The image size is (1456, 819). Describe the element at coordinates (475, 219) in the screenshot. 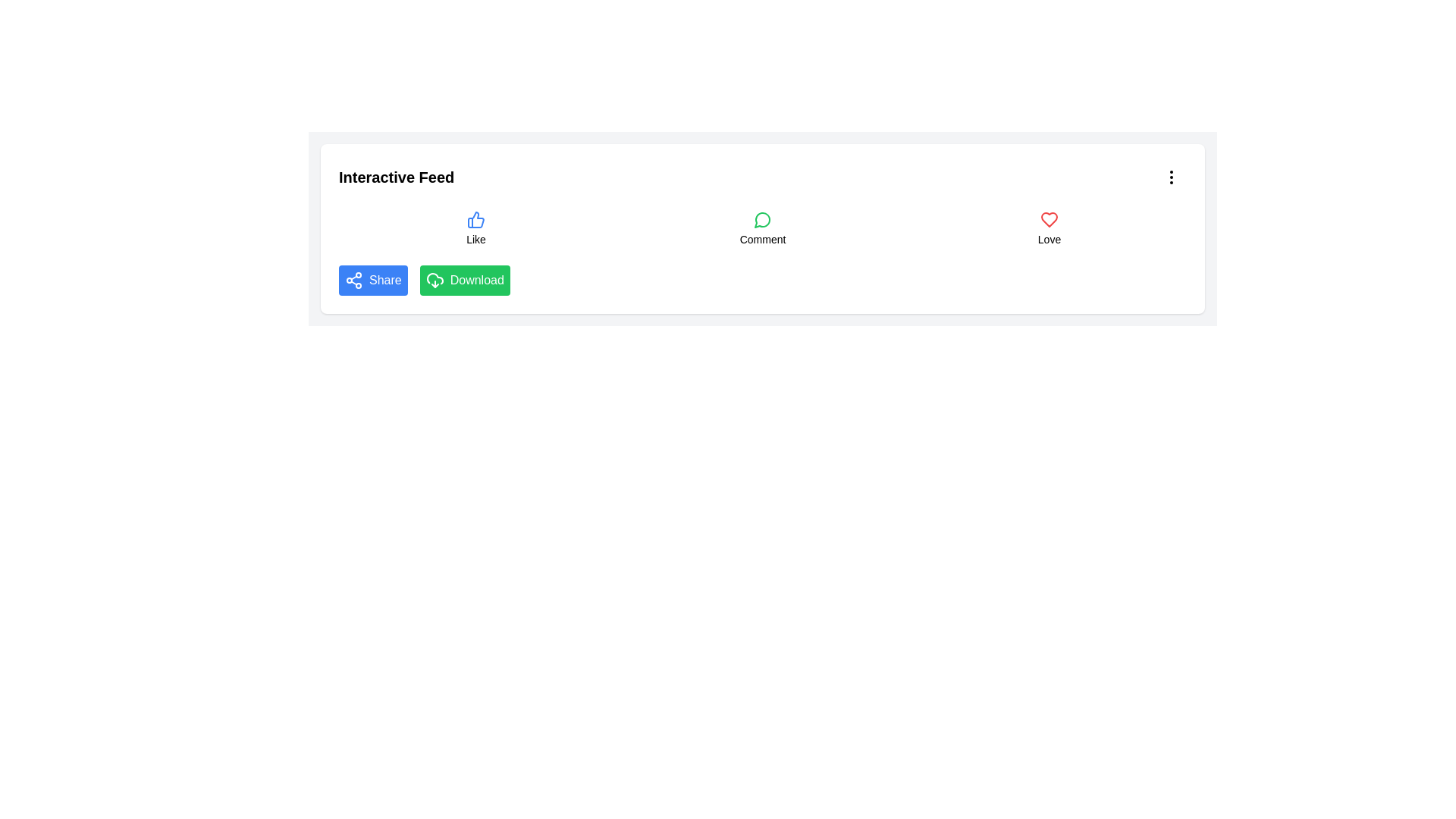

I see `the 'like' icon located in the center of the row layout to express appreciation for the post` at that location.